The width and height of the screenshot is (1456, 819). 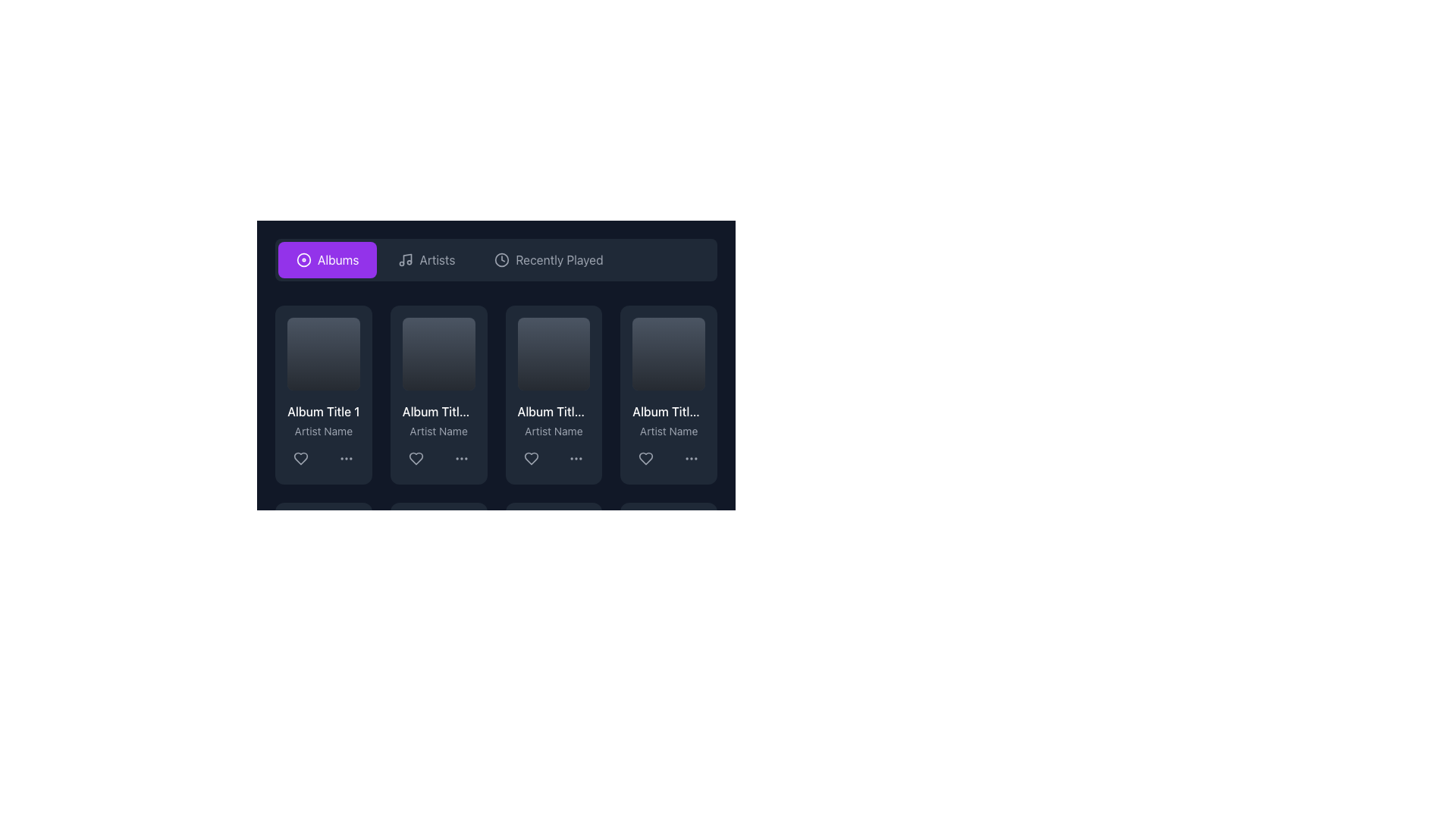 I want to click on the Label element displaying 'Album Title 1', which is styled with a white font color and medium weight, located below the album cover image, so click(x=322, y=411).